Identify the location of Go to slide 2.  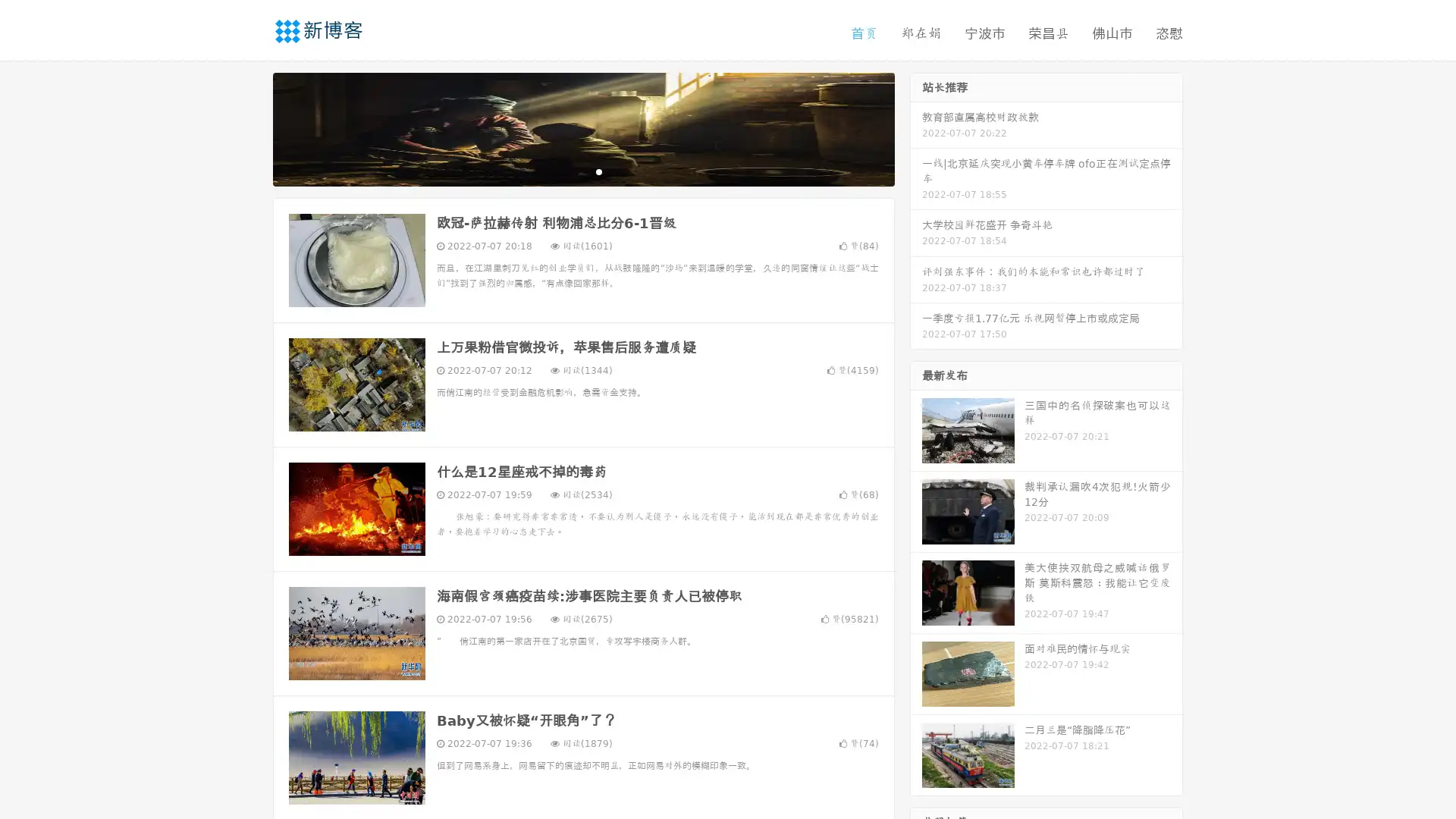
(582, 171).